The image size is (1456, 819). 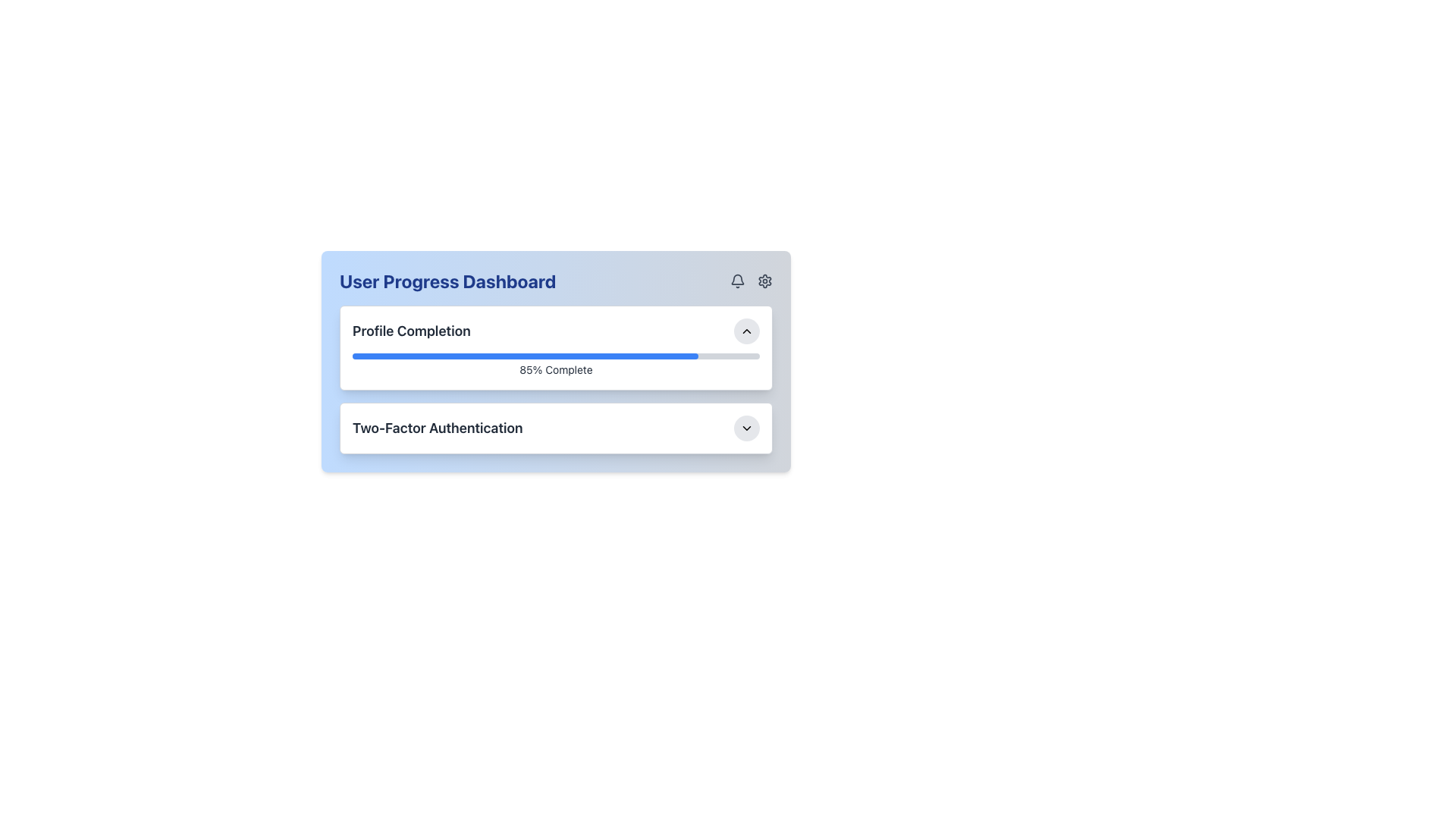 What do you see at coordinates (746, 330) in the screenshot?
I see `the small circular button with a pale gray background and an upward-pointing chevron icon in black located at the far right end of the 'Profile Completion' section` at bounding box center [746, 330].